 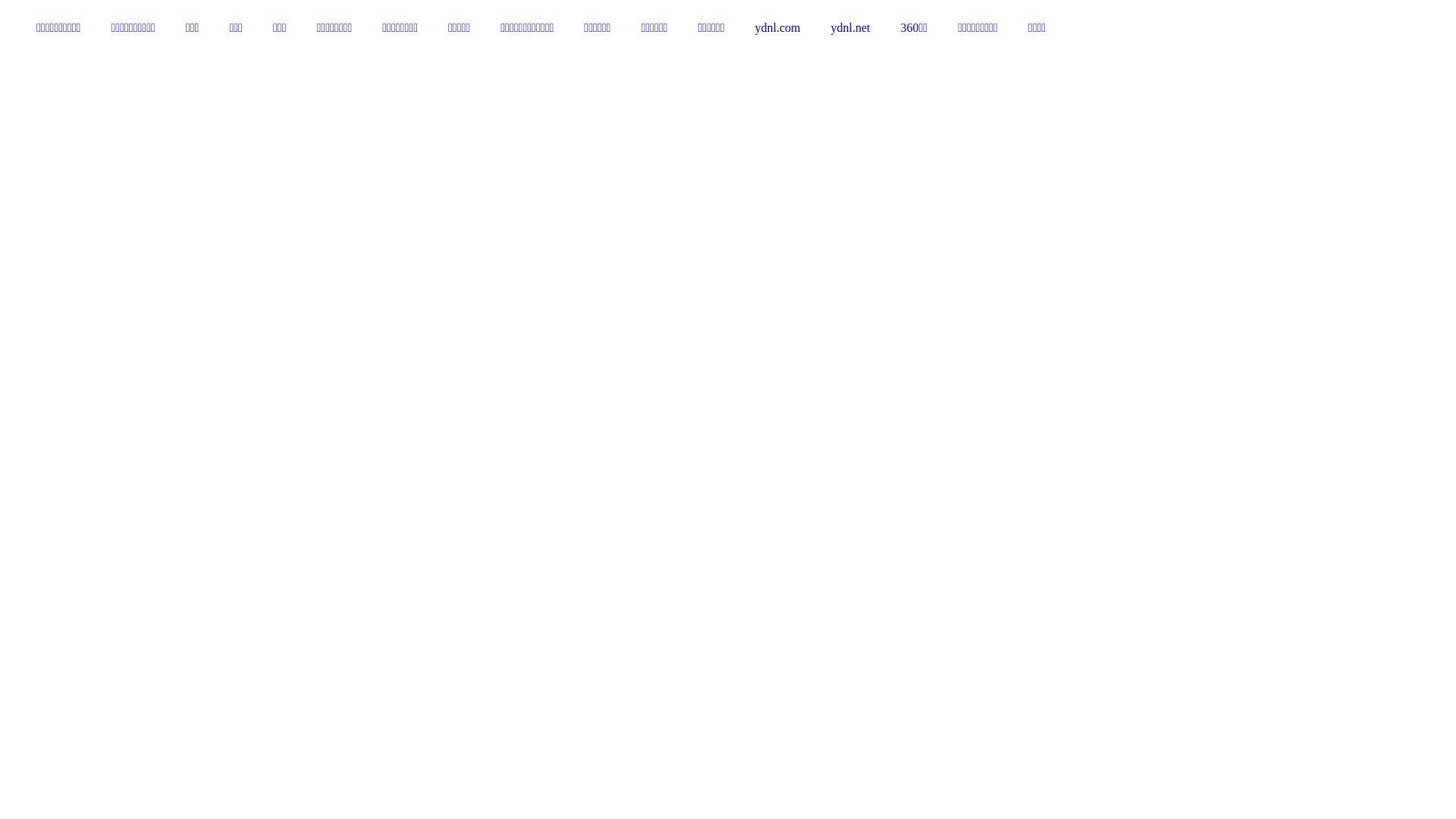 I want to click on 'ydnl.com', so click(x=739, y=28).